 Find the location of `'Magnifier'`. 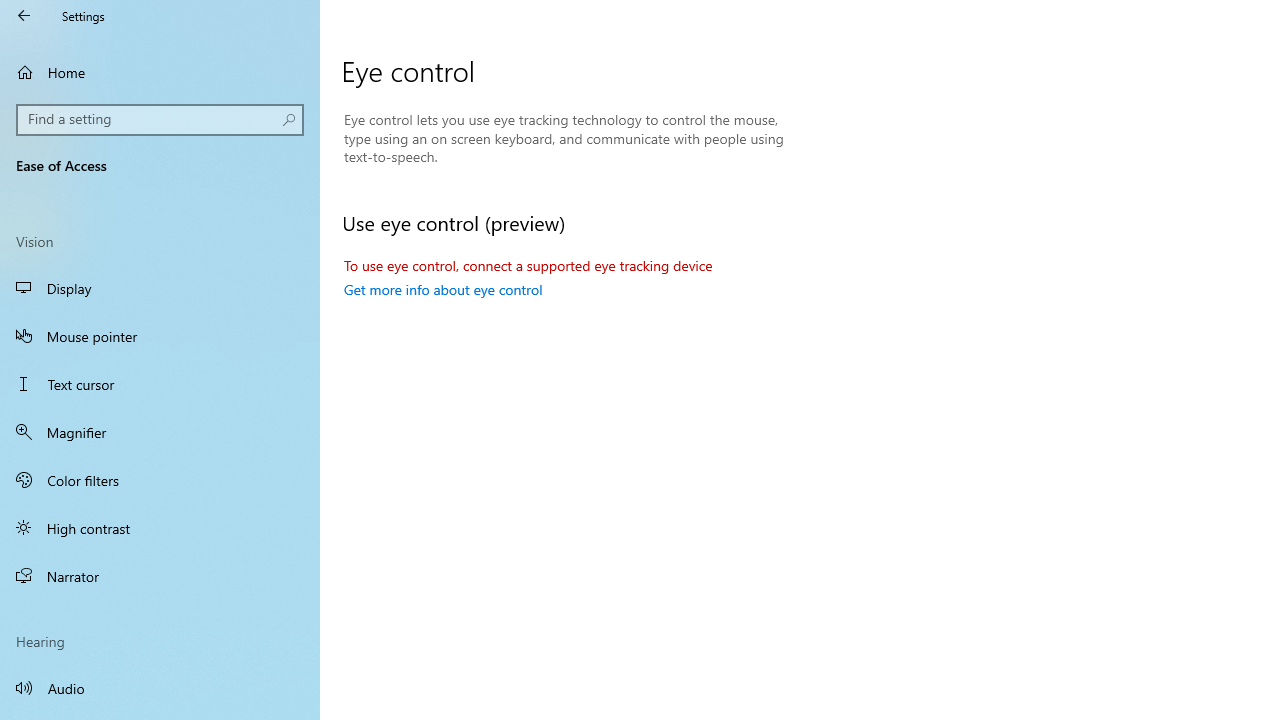

'Magnifier' is located at coordinates (160, 431).